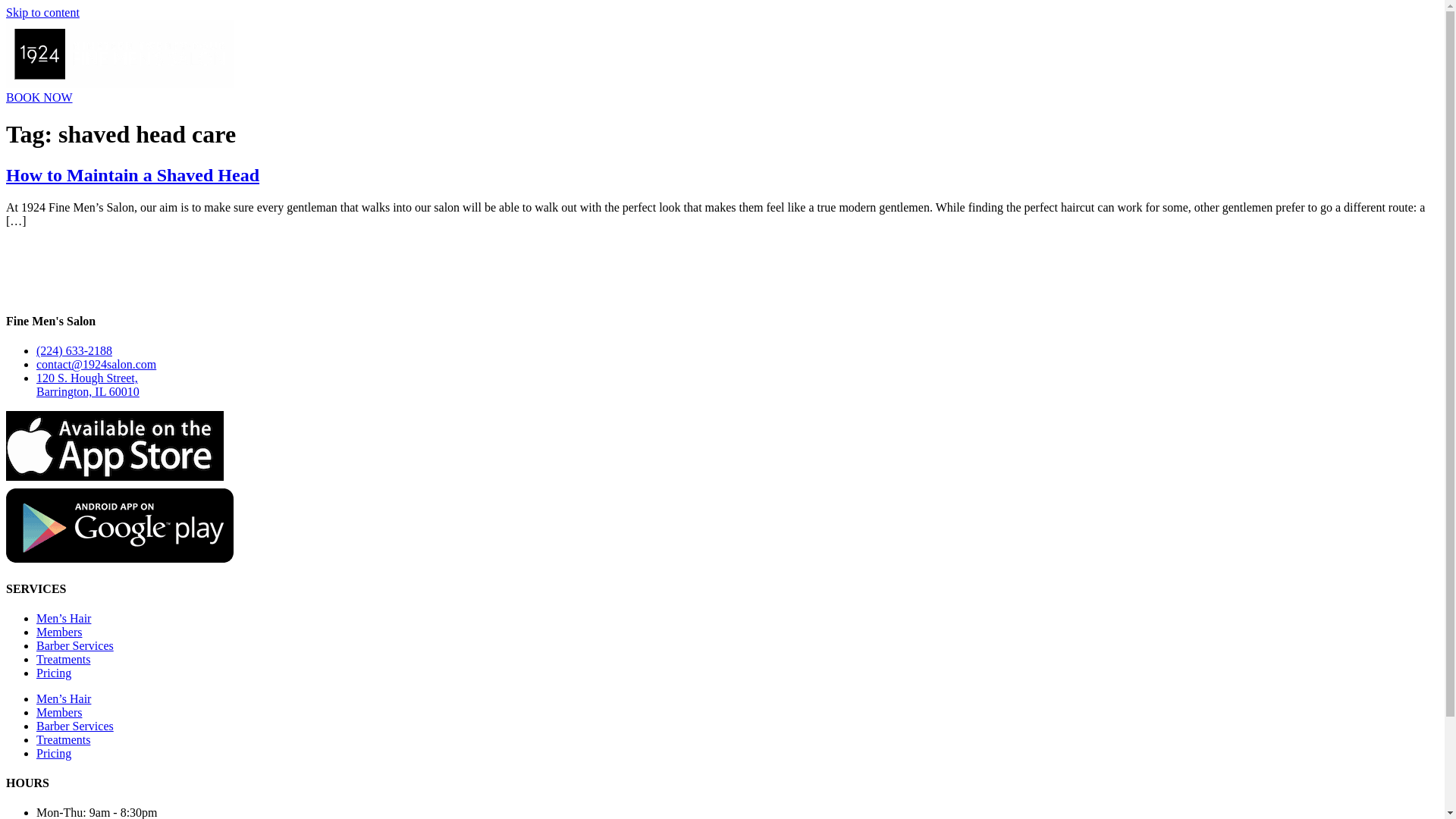  What do you see at coordinates (36, 739) in the screenshot?
I see `'Treatments'` at bounding box center [36, 739].